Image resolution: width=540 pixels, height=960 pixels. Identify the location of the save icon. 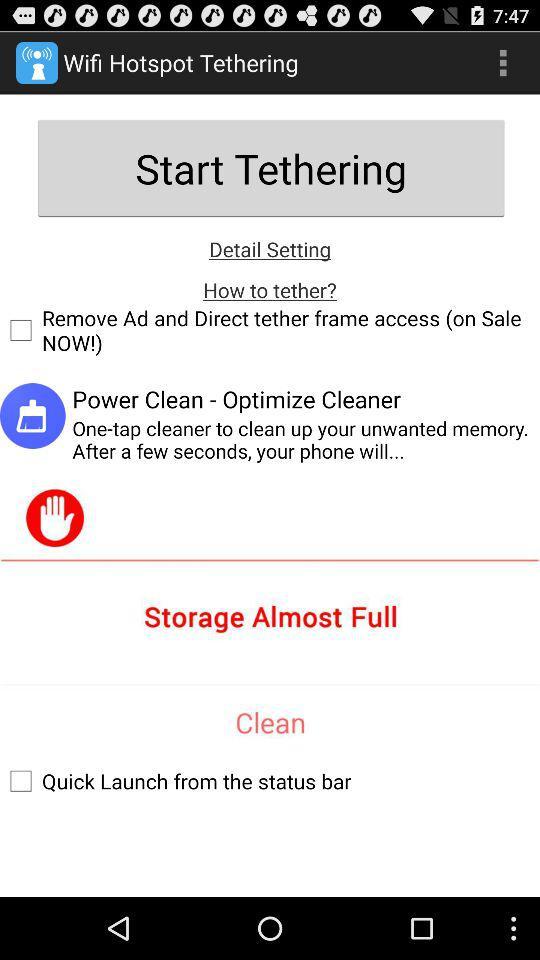
(31, 445).